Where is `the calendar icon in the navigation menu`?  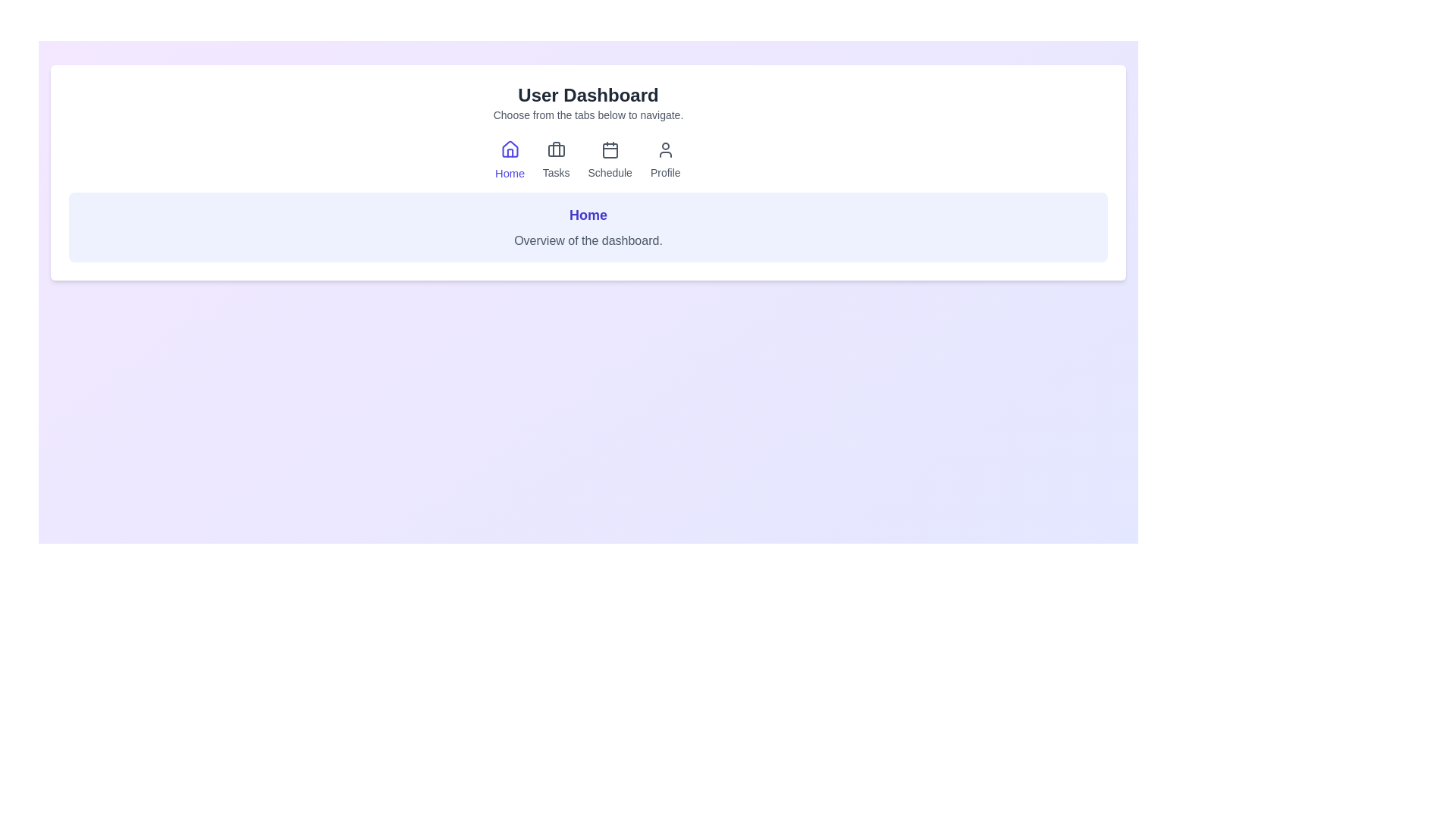 the calendar icon in the navigation menu is located at coordinates (610, 149).